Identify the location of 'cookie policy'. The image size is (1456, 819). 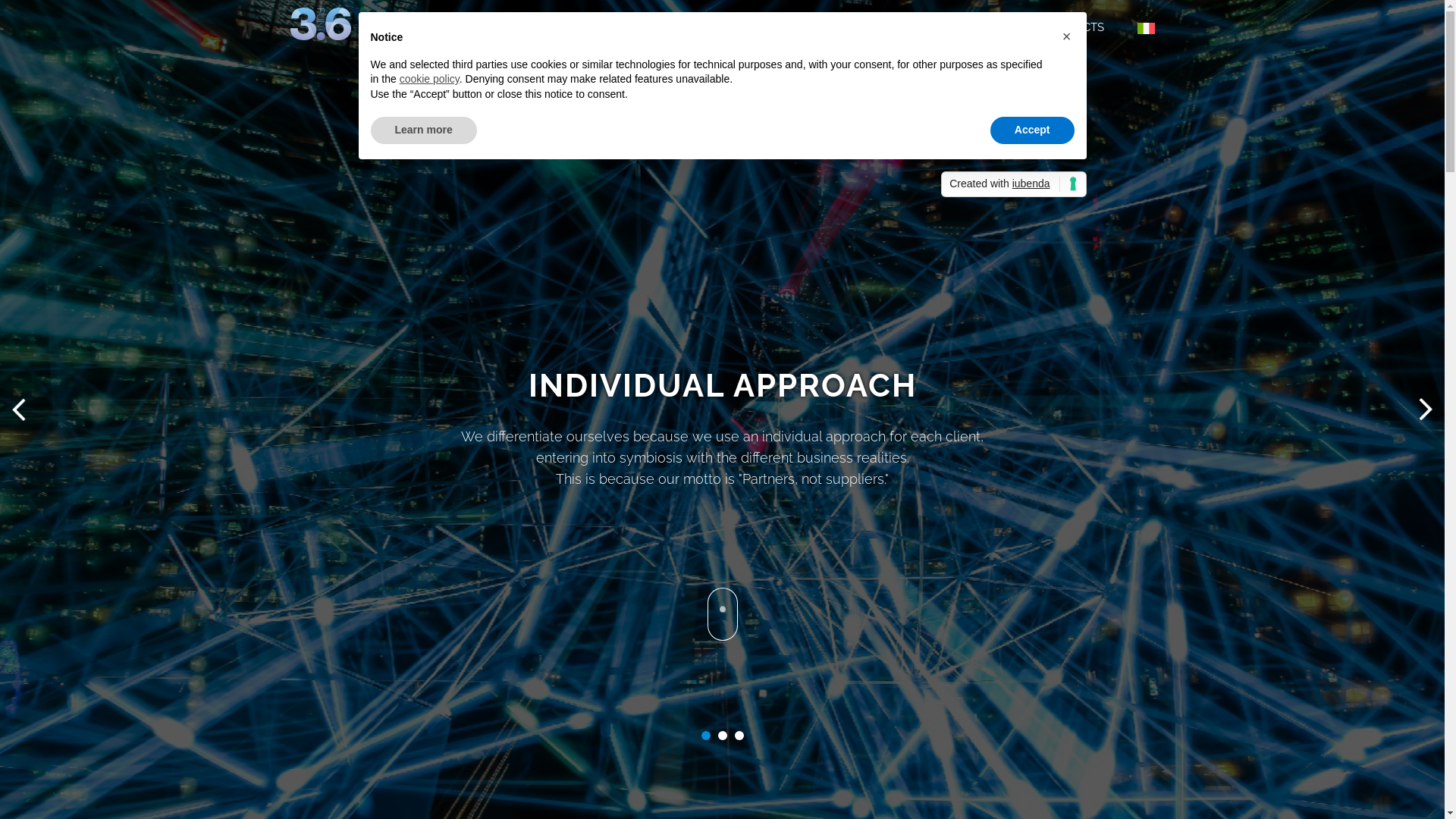
(400, 79).